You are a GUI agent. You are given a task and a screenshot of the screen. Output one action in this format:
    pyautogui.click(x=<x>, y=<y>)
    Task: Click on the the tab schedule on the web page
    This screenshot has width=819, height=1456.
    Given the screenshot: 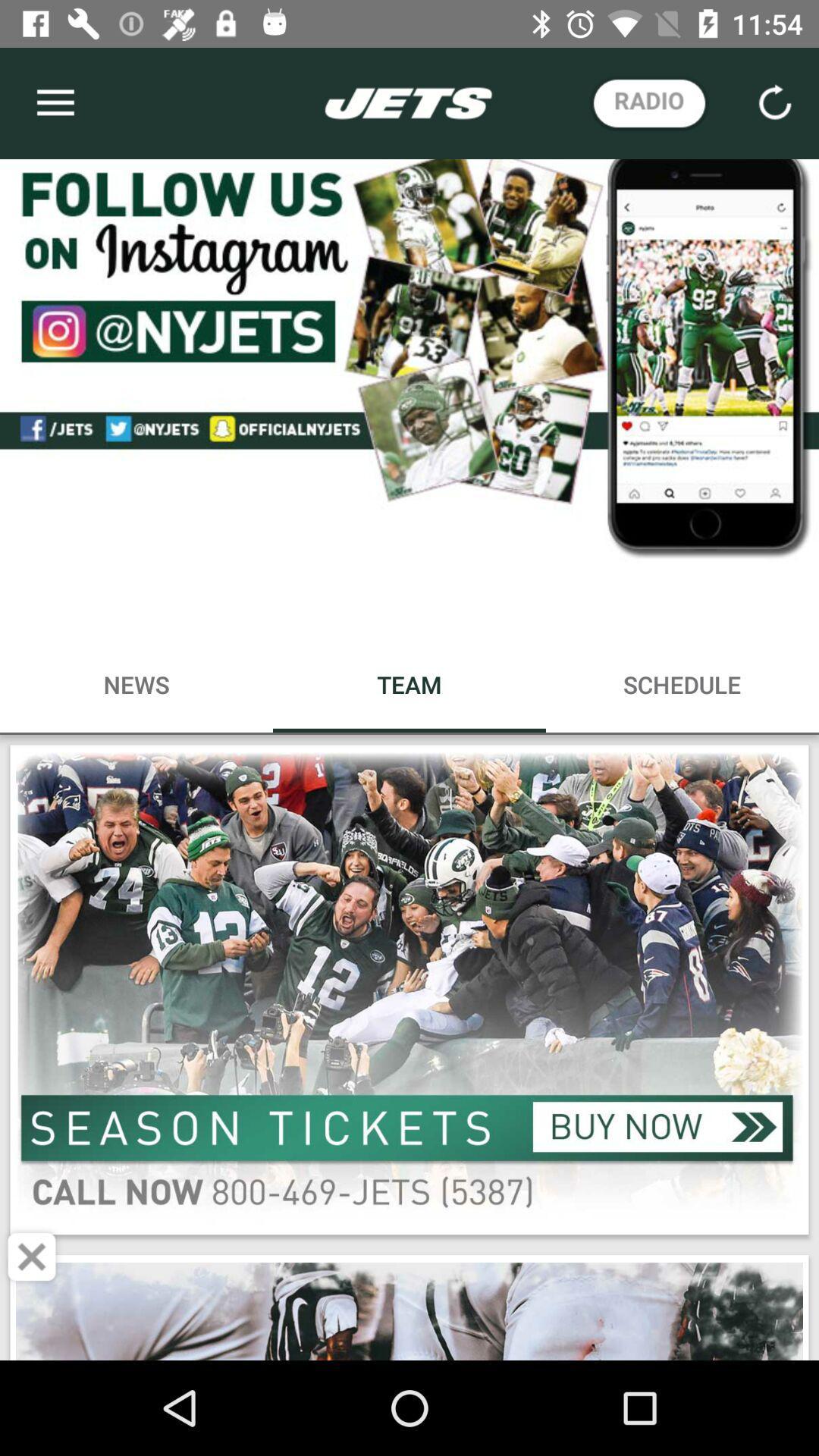 What is the action you would take?
    pyautogui.click(x=681, y=683)
    